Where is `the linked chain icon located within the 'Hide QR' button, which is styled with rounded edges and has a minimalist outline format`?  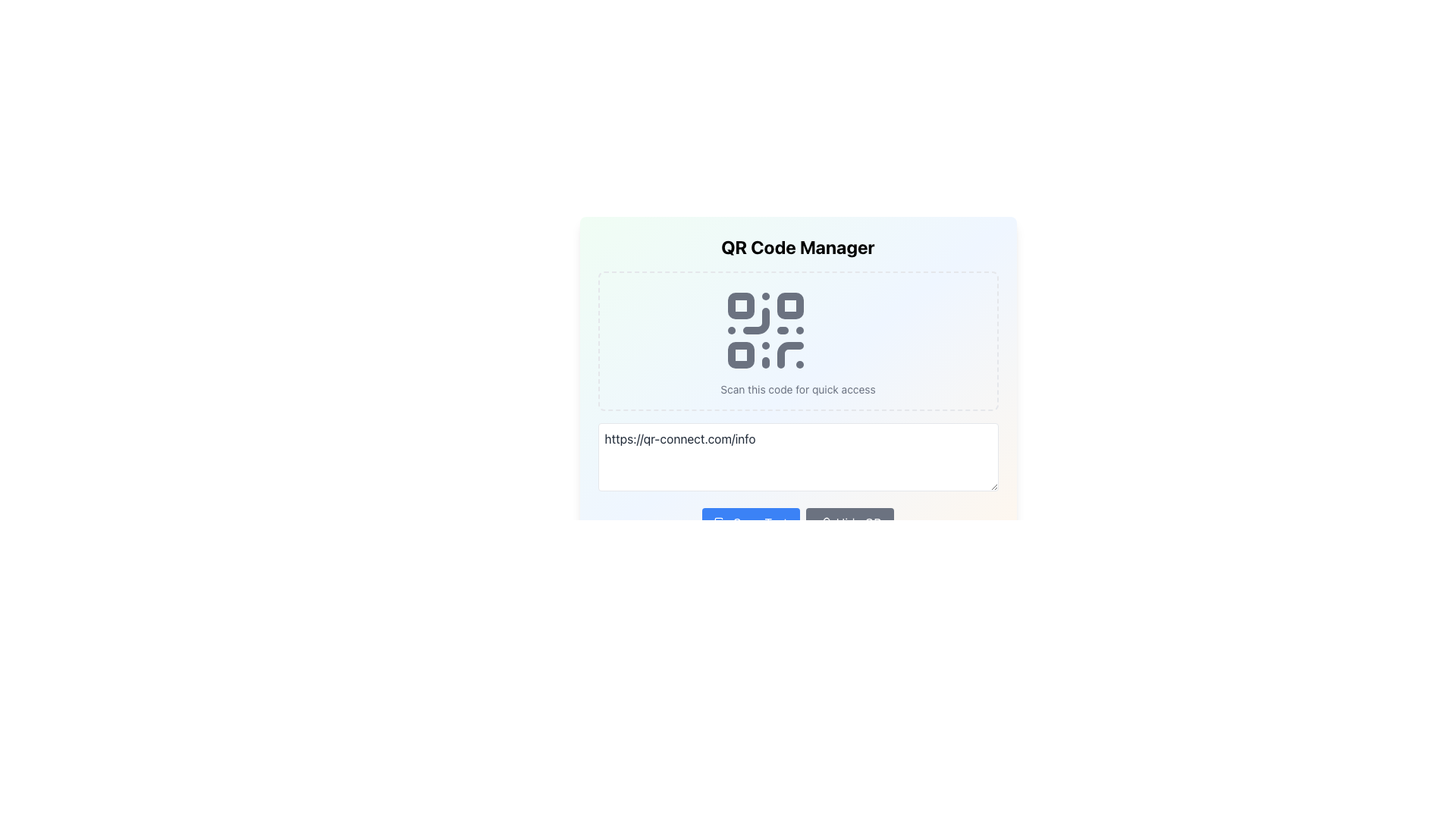
the linked chain icon located within the 'Hide QR' button, which is styled with rounded edges and has a minimalist outline format is located at coordinates (823, 522).